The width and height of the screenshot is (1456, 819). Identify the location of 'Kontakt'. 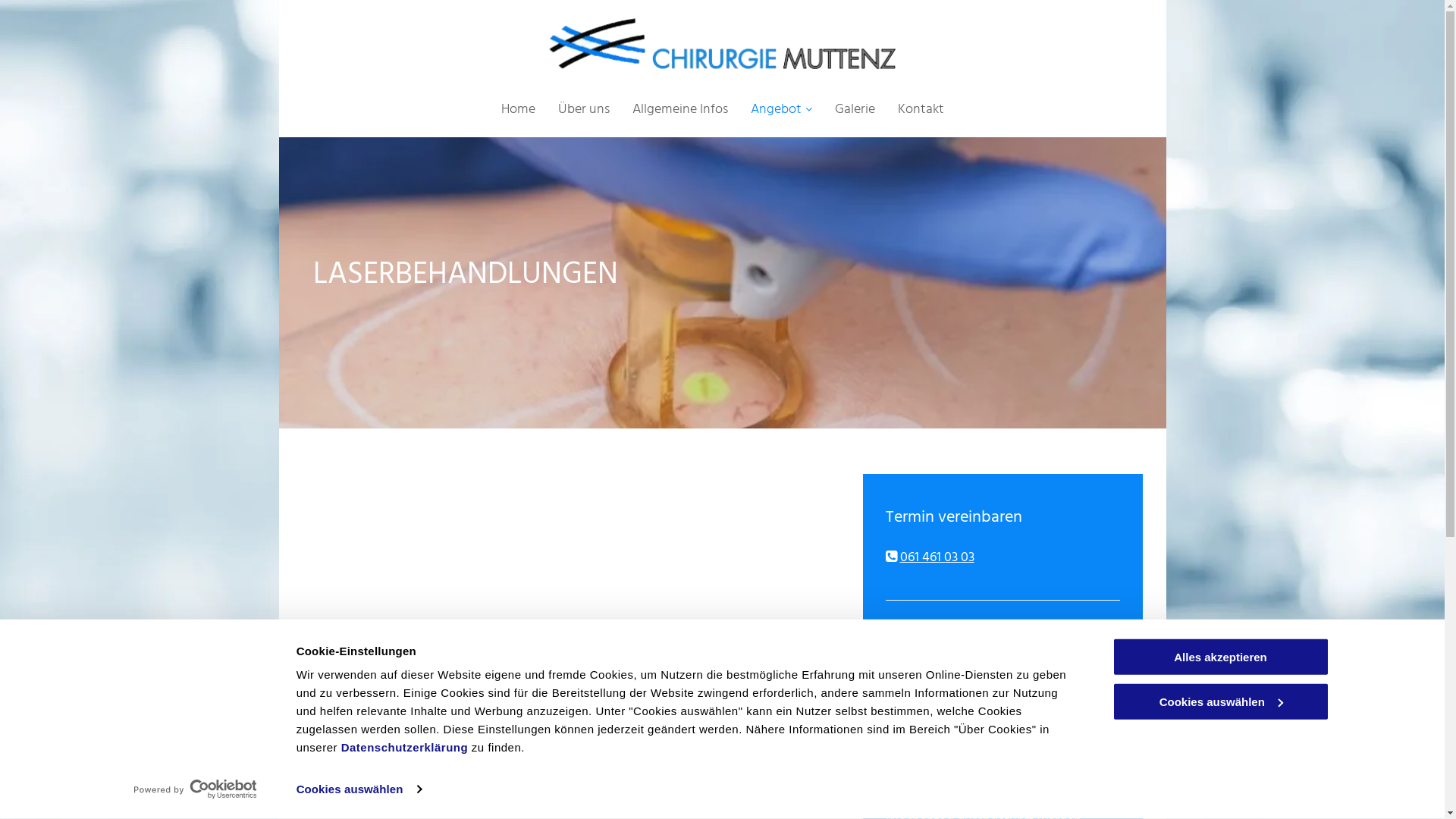
(920, 108).